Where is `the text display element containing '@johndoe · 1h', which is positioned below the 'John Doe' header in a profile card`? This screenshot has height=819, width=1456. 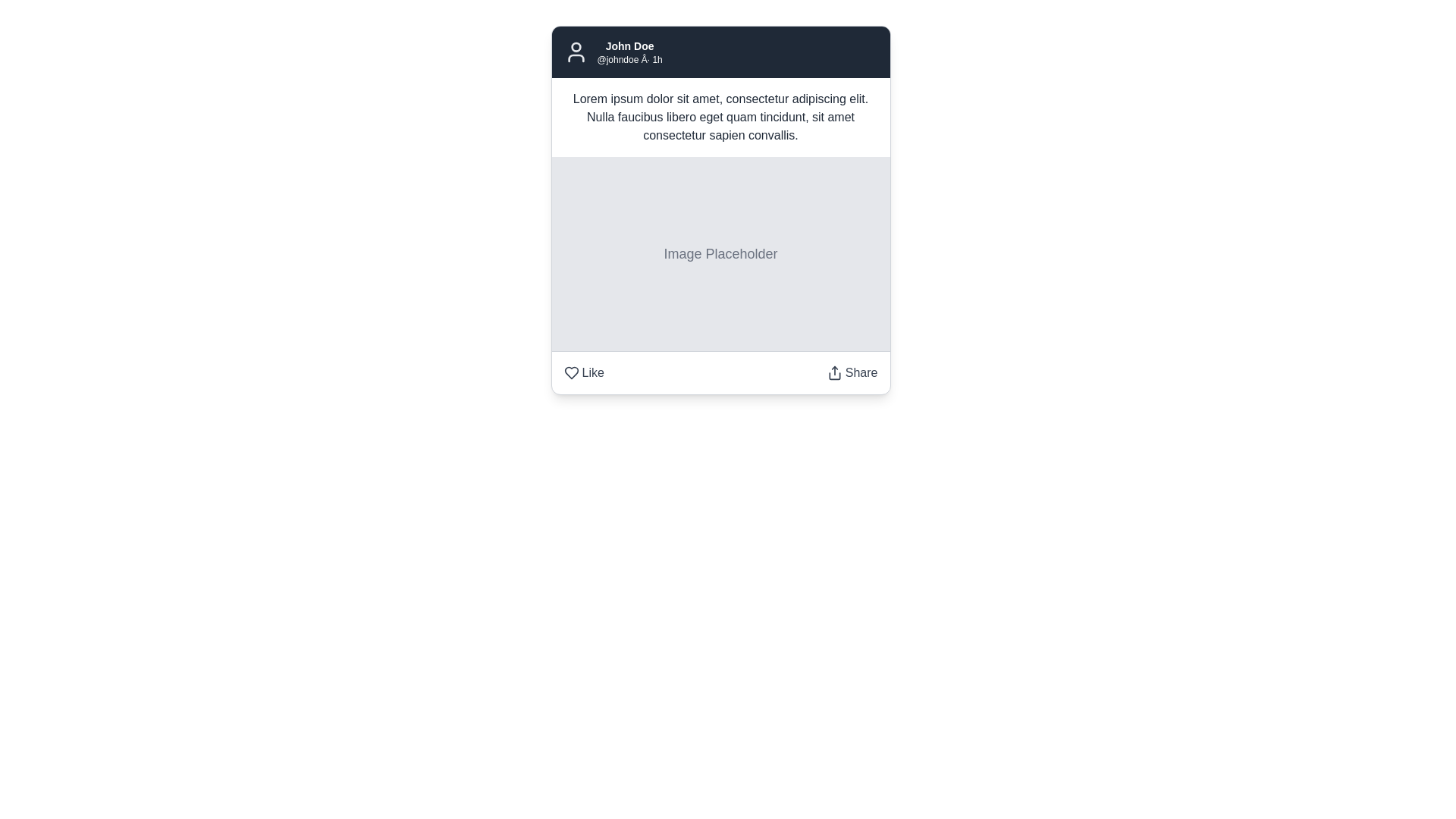 the text display element containing '@johndoe · 1h', which is positioned below the 'John Doe' header in a profile card is located at coordinates (629, 58).